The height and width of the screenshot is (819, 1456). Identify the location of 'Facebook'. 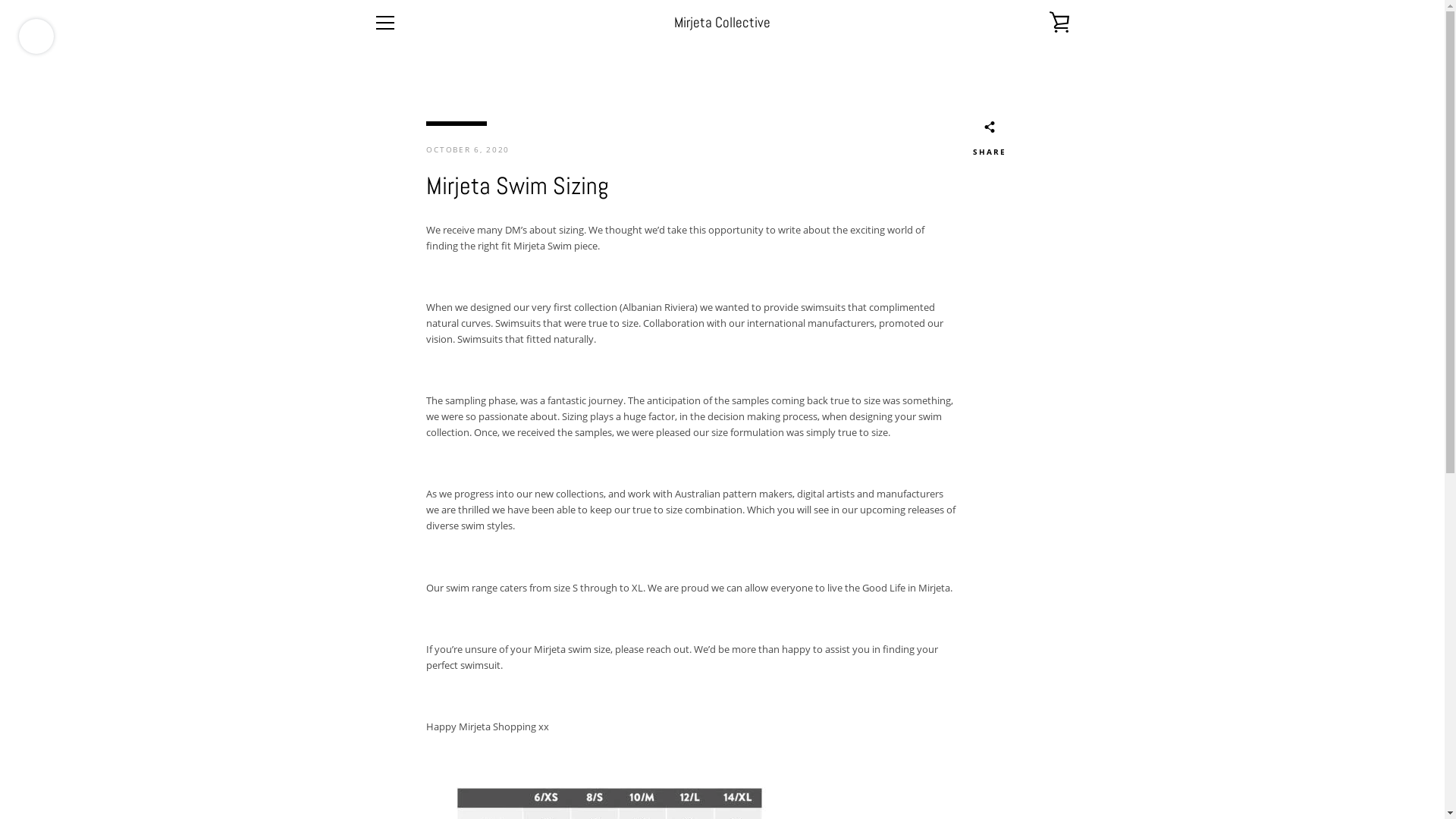
(372, 765).